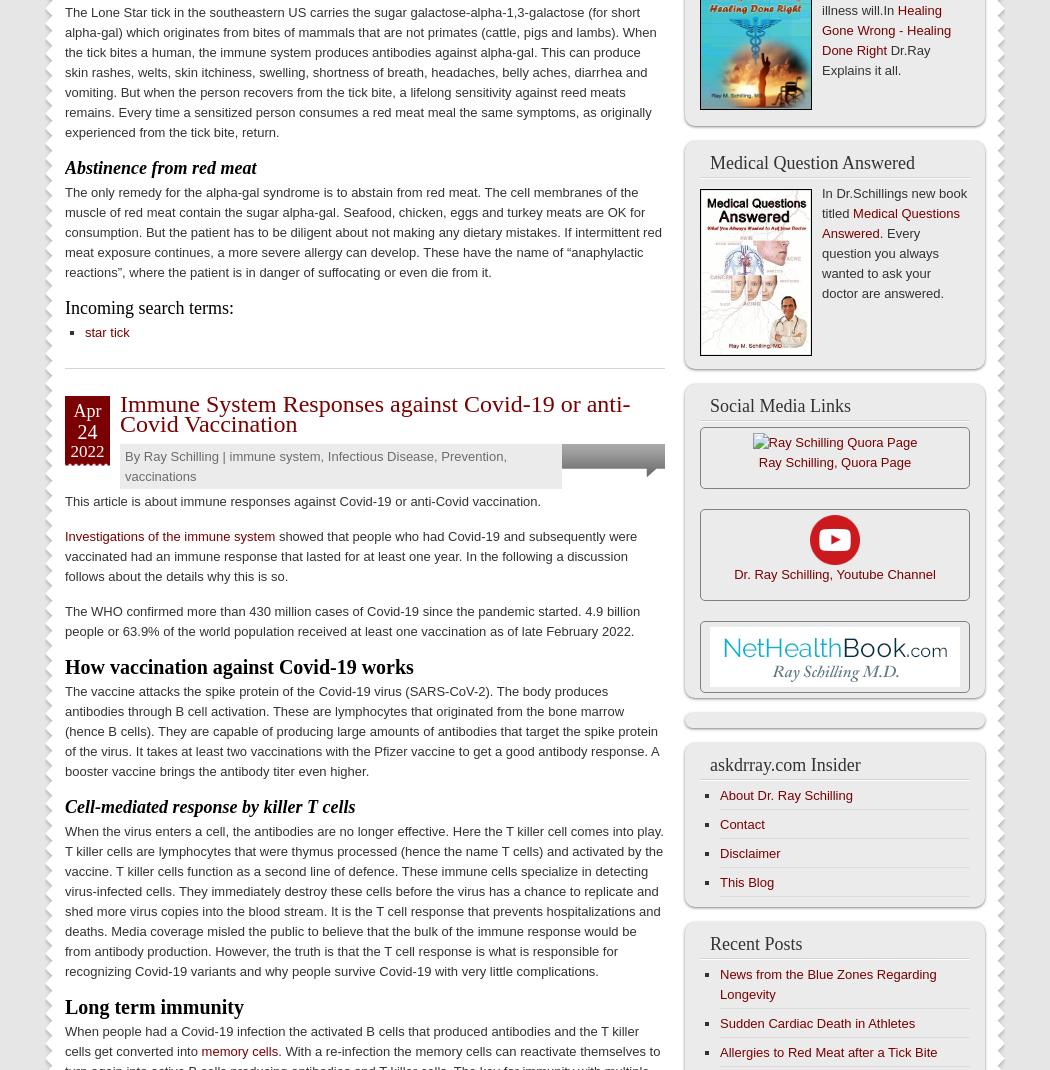  What do you see at coordinates (750, 853) in the screenshot?
I see `'Disclaimer'` at bounding box center [750, 853].